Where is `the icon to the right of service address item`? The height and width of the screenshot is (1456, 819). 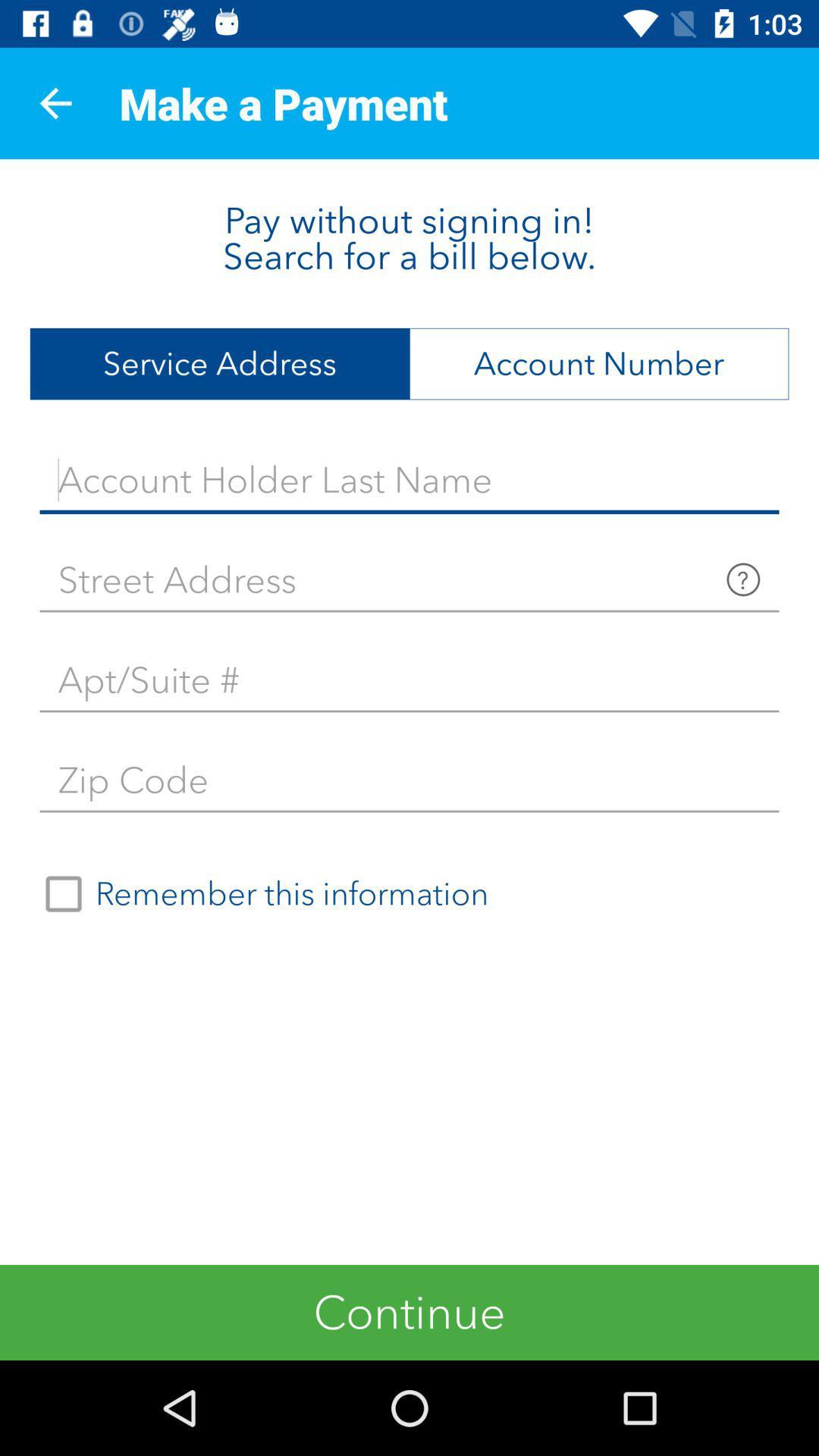 the icon to the right of service address item is located at coordinates (598, 364).